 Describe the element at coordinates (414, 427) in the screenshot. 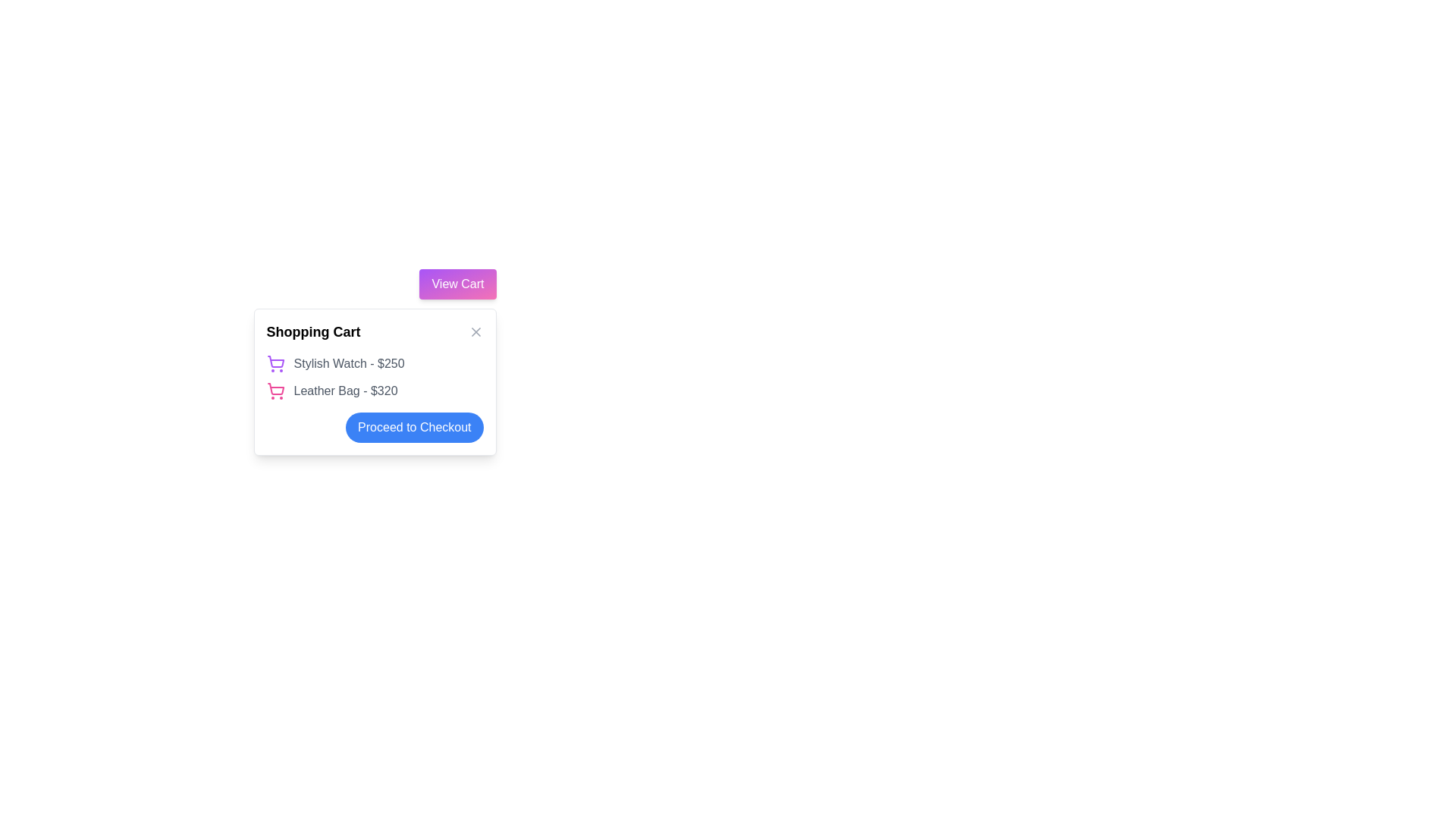

I see `the checkout button located in the shopping cart summary box to proceed to the checkout process` at that location.